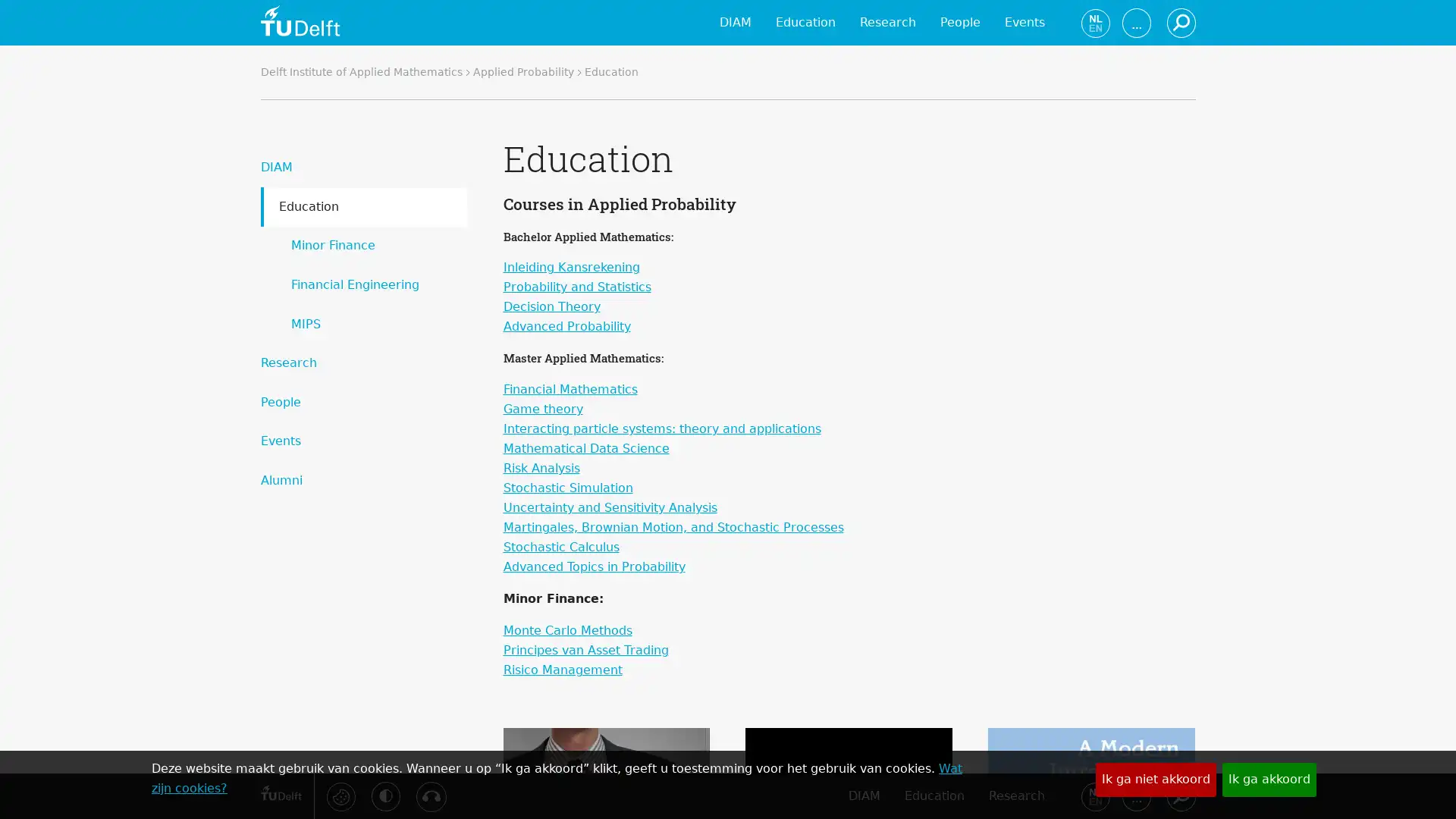 The height and width of the screenshot is (819, 1456). Describe the element at coordinates (1179, 23) in the screenshot. I see `Zoeken` at that location.